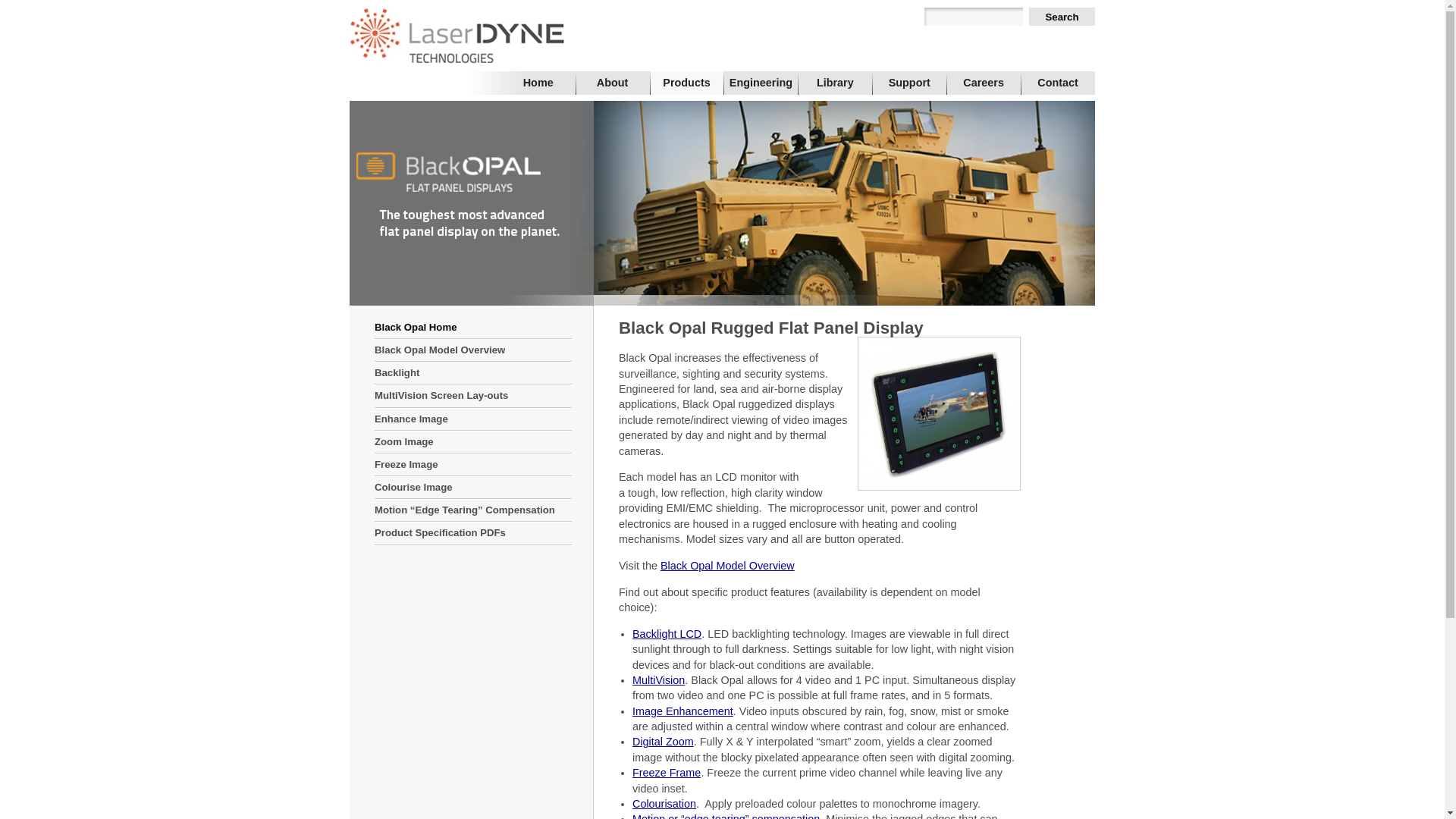 Image resolution: width=1456 pixels, height=819 pixels. What do you see at coordinates (472, 532) in the screenshot?
I see `'Product Specification PDFs'` at bounding box center [472, 532].